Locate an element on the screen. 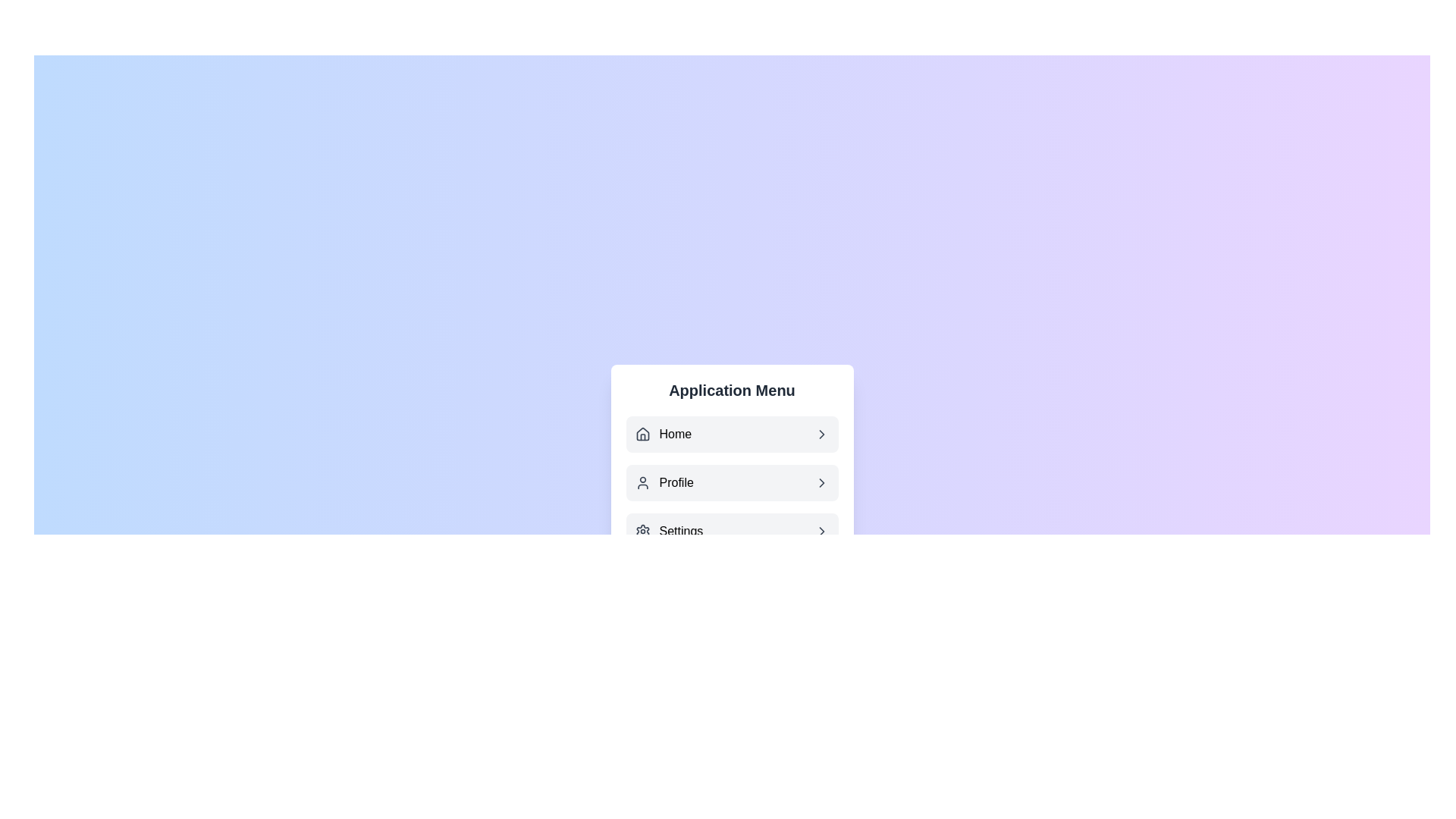  the Text label that indicates the function of accessing or modifying application settings, located in the third row of a vertically stacked menu list, below the 'Profile' menu item and preceded by a gear-shaped icon is located at coordinates (680, 531).